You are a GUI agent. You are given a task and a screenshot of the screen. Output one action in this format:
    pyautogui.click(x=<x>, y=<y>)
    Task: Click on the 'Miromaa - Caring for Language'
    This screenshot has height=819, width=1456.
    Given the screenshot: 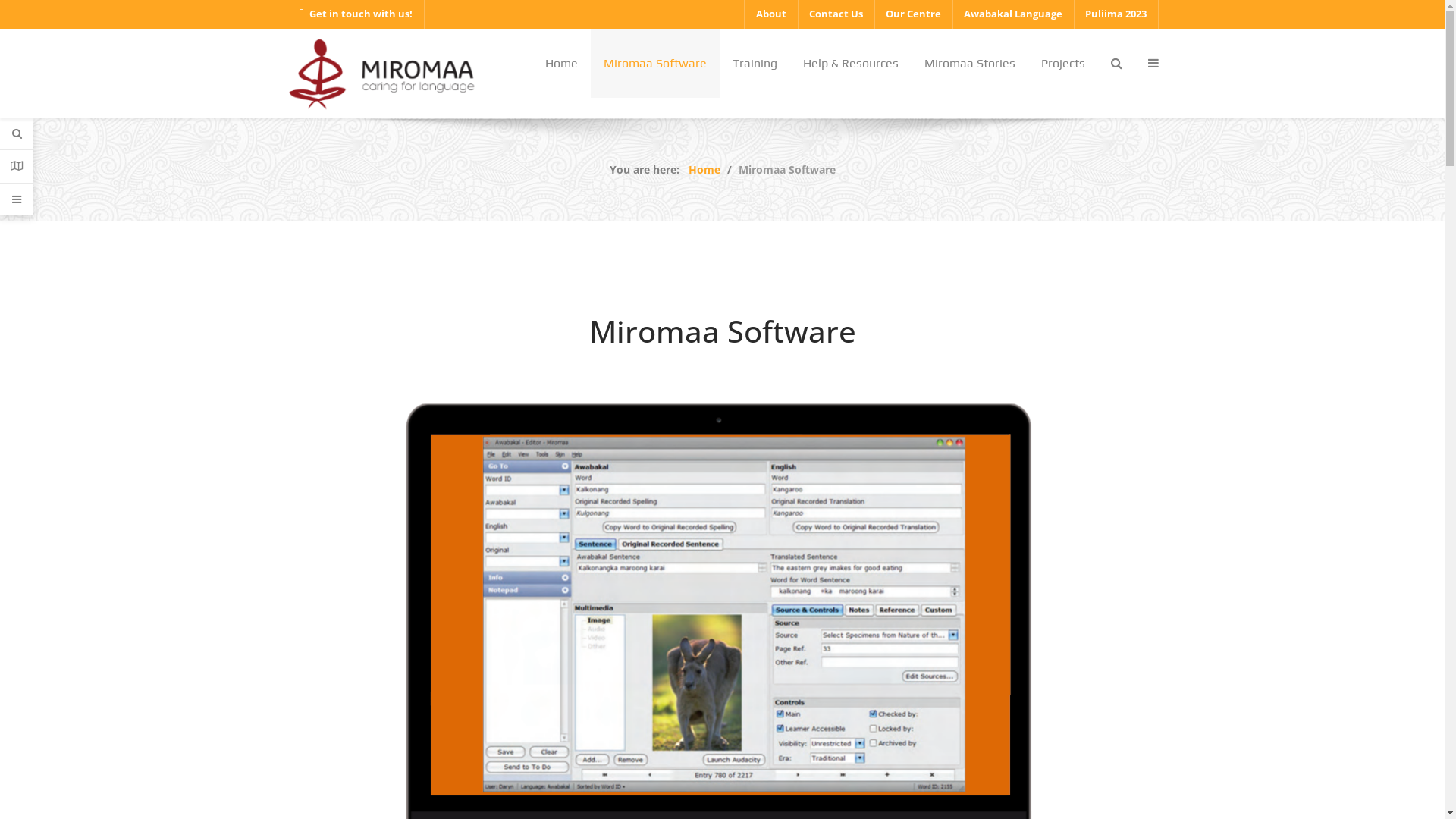 What is the action you would take?
    pyautogui.click(x=287, y=72)
    